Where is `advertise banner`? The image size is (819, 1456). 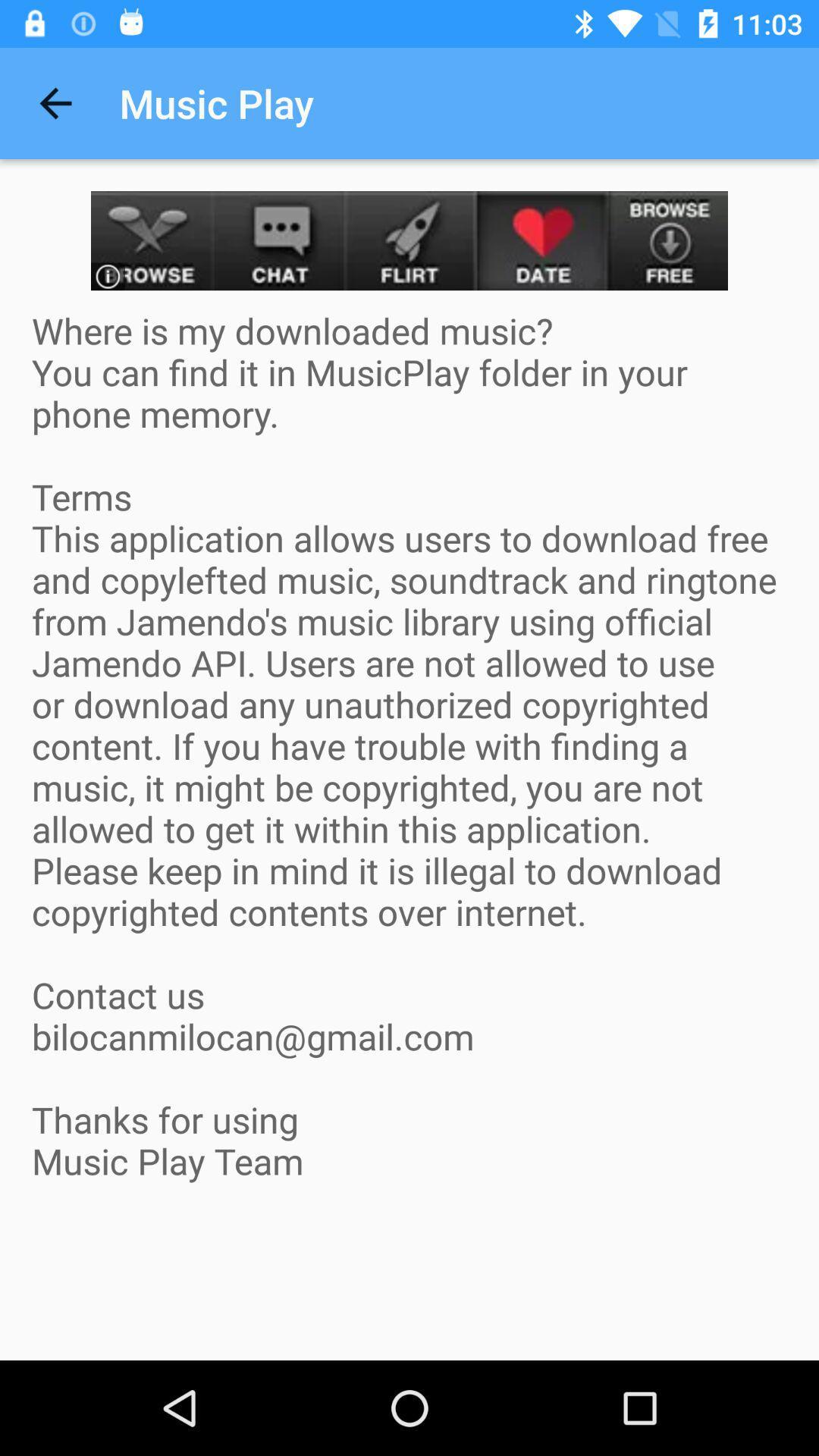
advertise banner is located at coordinates (409, 240).